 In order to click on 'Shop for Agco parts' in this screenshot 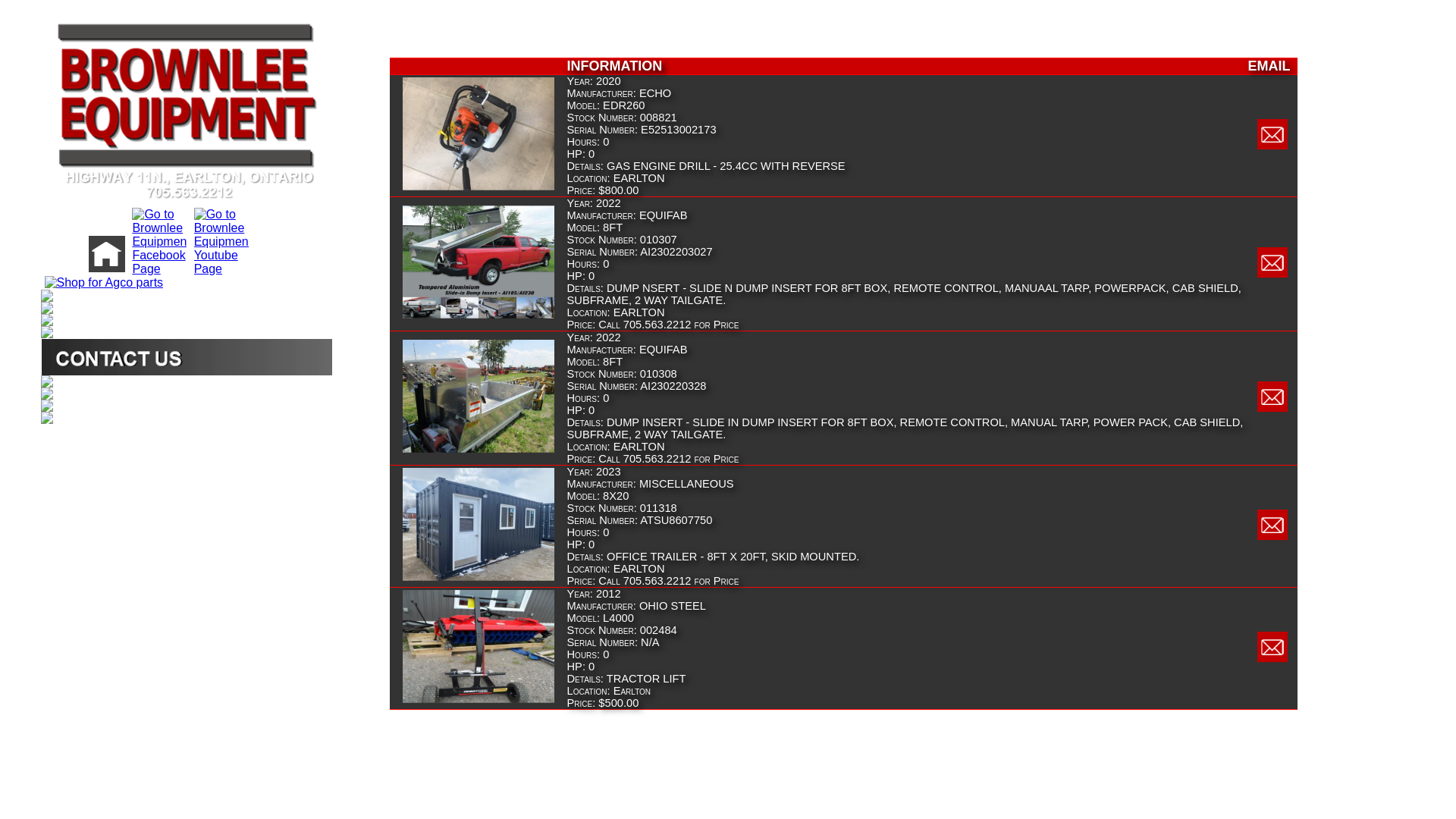, I will do `click(101, 282)`.